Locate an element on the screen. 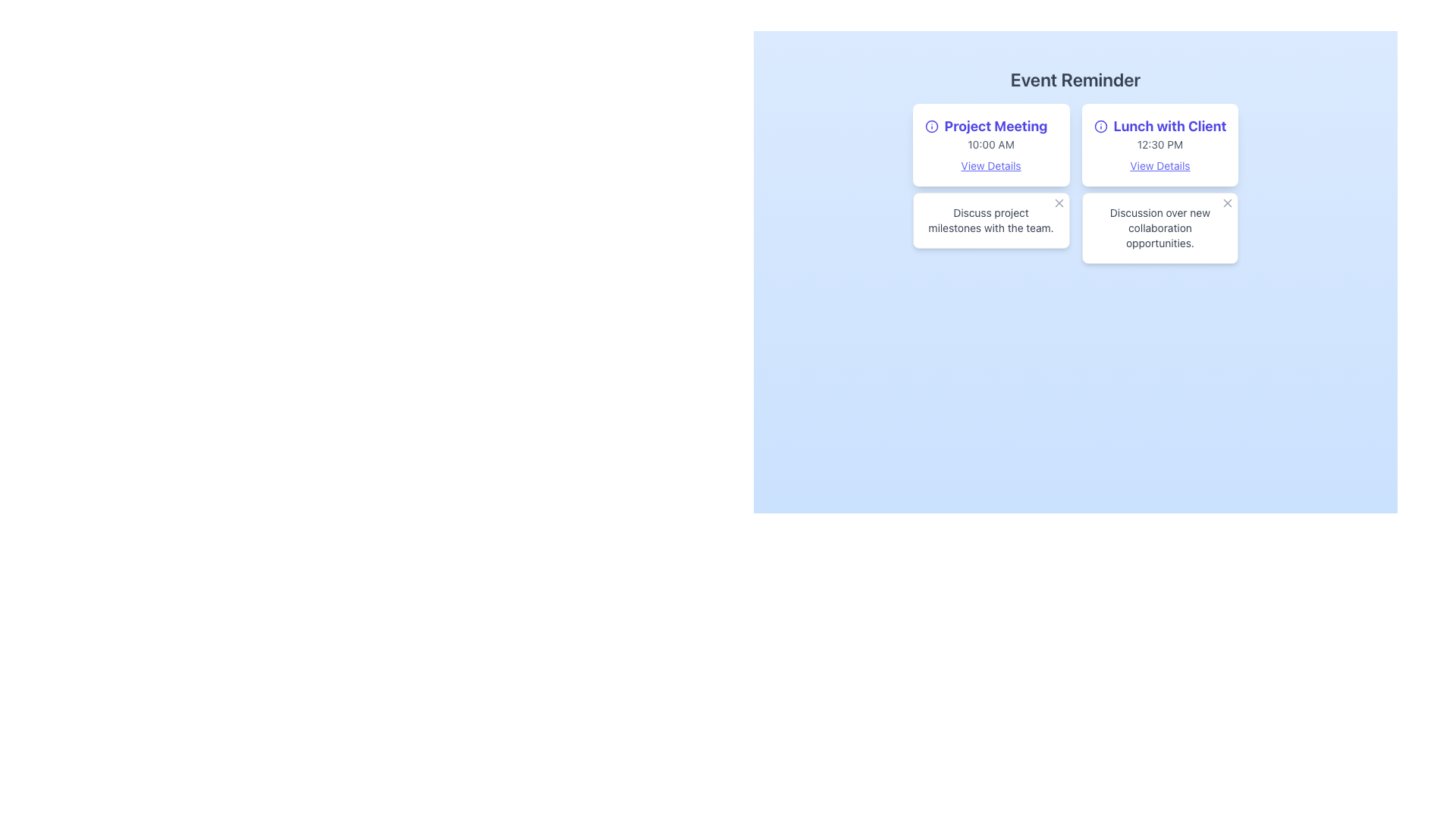 Image resolution: width=1456 pixels, height=819 pixels. the close button located at the top-right corner of the card discussing 'Discussion over new collaboration opportunities' is located at coordinates (1228, 202).